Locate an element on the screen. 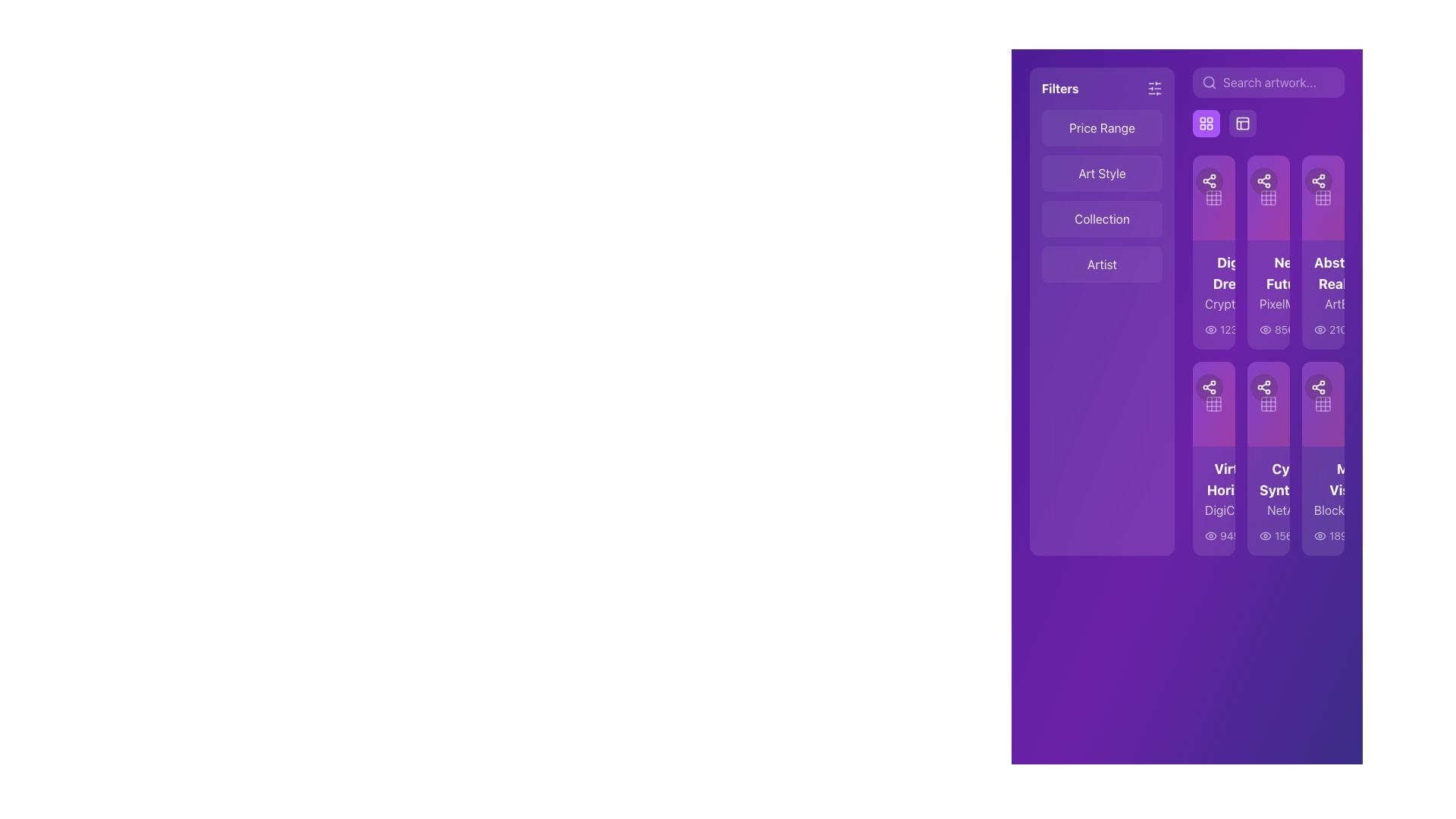 The width and height of the screenshot is (1456, 819). the graphical icon component located in the top-left corner of the grid is located at coordinates (1323, 197).